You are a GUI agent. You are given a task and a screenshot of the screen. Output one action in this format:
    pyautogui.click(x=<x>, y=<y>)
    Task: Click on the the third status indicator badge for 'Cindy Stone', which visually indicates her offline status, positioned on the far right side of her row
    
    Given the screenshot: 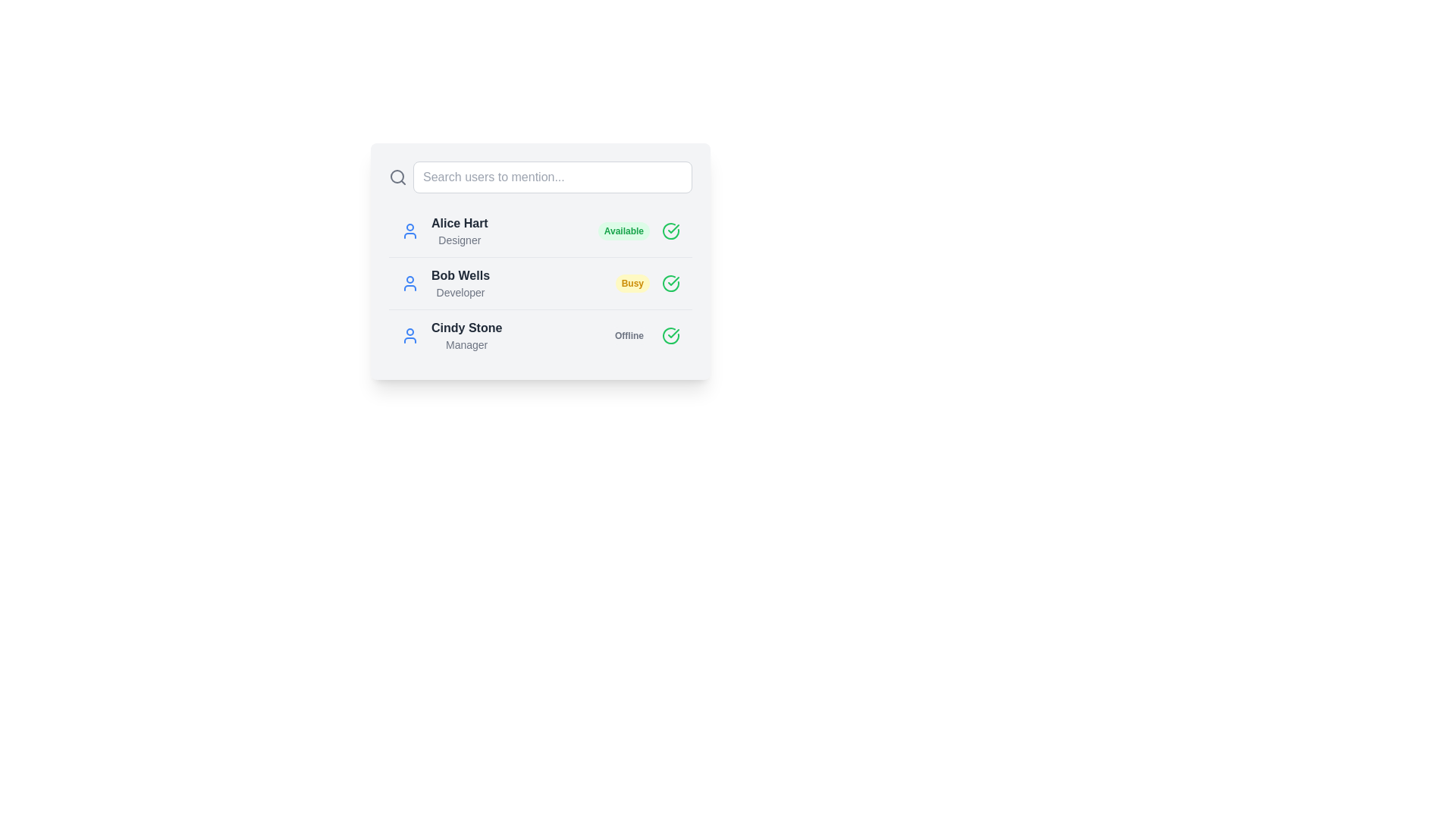 What is the action you would take?
    pyautogui.click(x=629, y=335)
    